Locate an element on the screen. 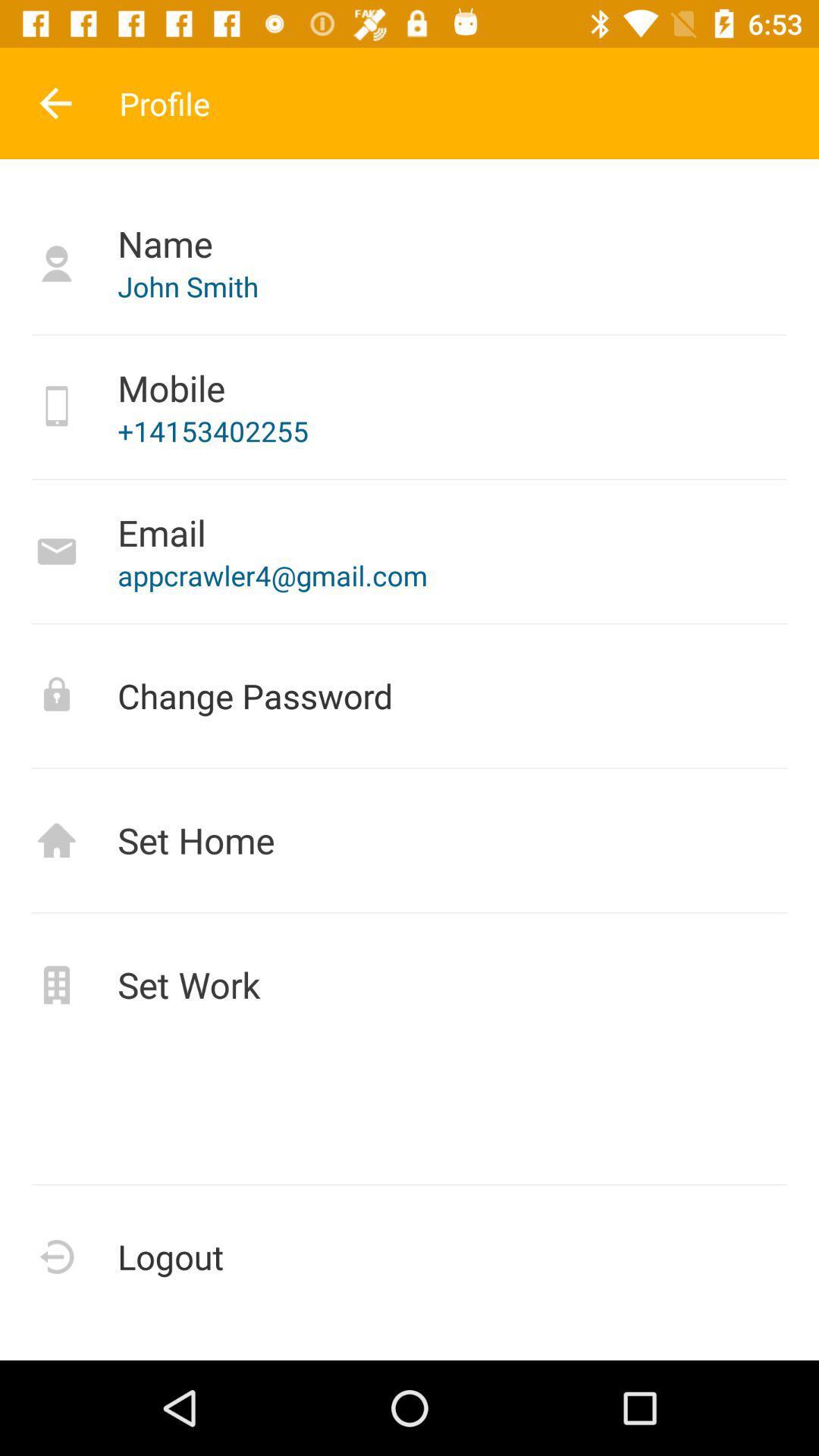 The image size is (819, 1456). the change password item is located at coordinates (409, 695).